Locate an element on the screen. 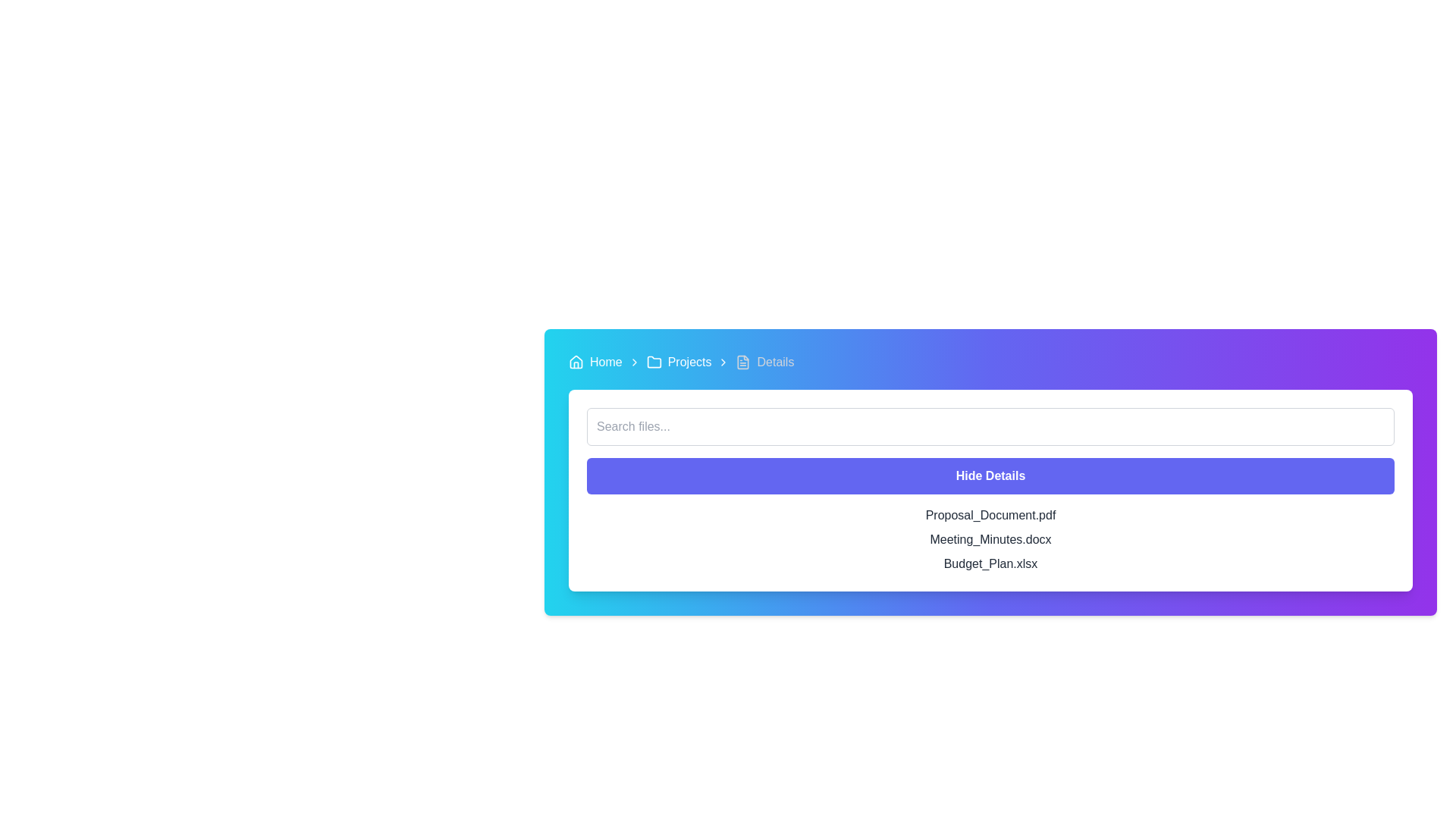  the second chevron icon in the breadcrumb navigation bar is located at coordinates (723, 362).